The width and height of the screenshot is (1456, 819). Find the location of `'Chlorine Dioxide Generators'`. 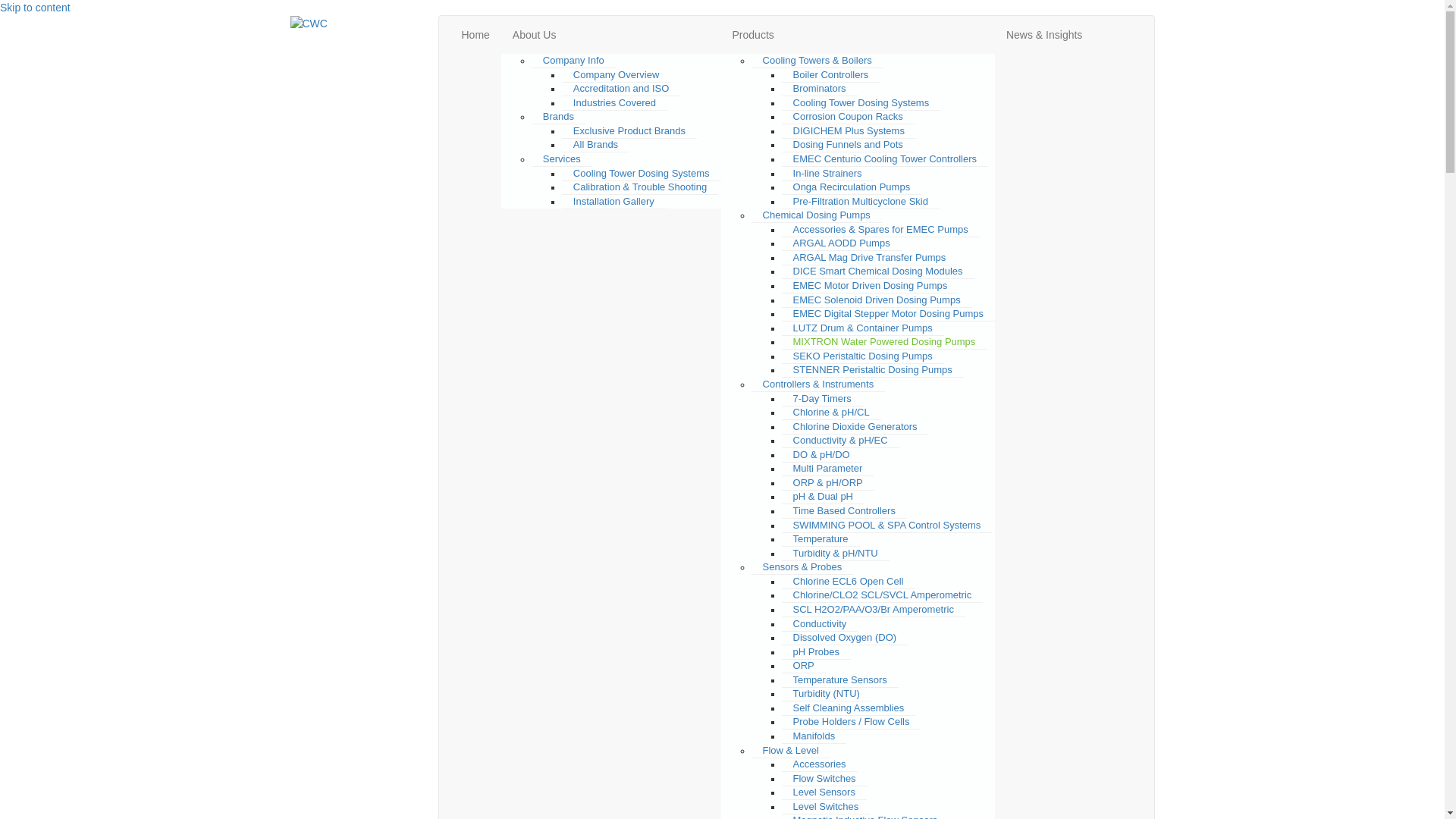

'Chlorine Dioxide Generators' is located at coordinates (855, 427).